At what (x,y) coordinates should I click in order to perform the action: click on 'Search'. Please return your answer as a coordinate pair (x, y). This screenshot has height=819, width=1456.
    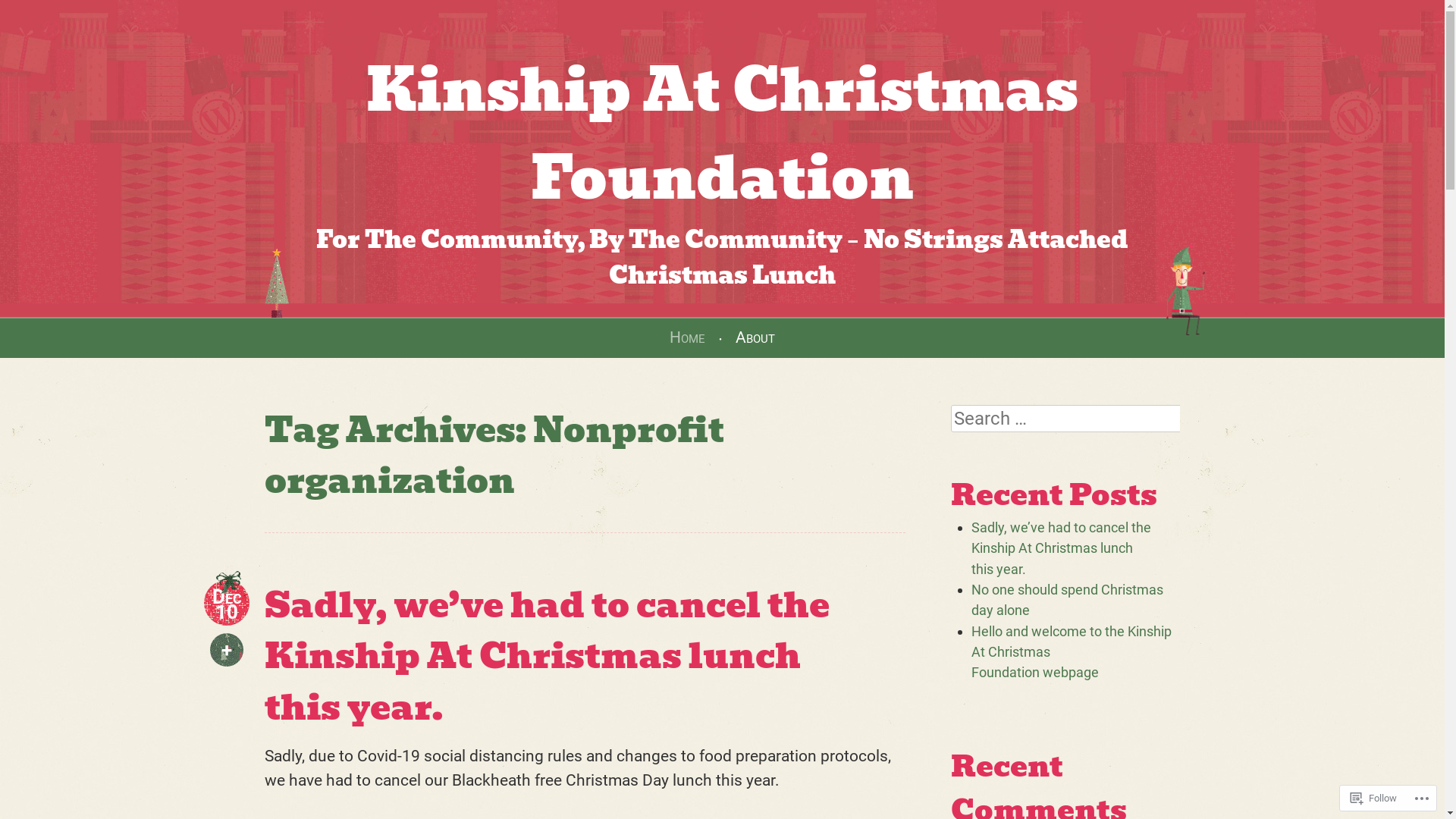
    Looking at the image, I should click on (31, 12).